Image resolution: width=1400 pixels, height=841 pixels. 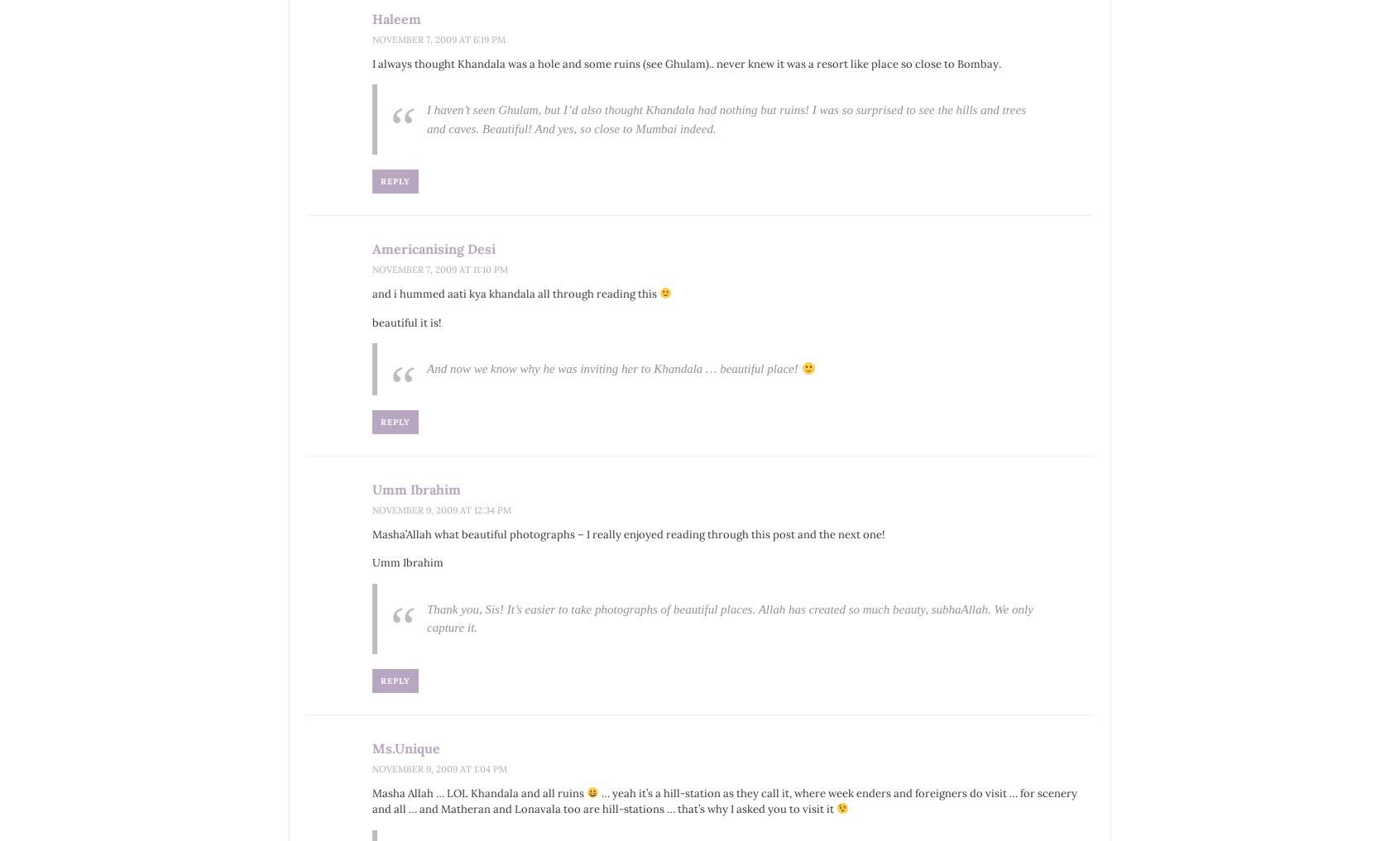 What do you see at coordinates (405, 321) in the screenshot?
I see `'beautiful it is!'` at bounding box center [405, 321].